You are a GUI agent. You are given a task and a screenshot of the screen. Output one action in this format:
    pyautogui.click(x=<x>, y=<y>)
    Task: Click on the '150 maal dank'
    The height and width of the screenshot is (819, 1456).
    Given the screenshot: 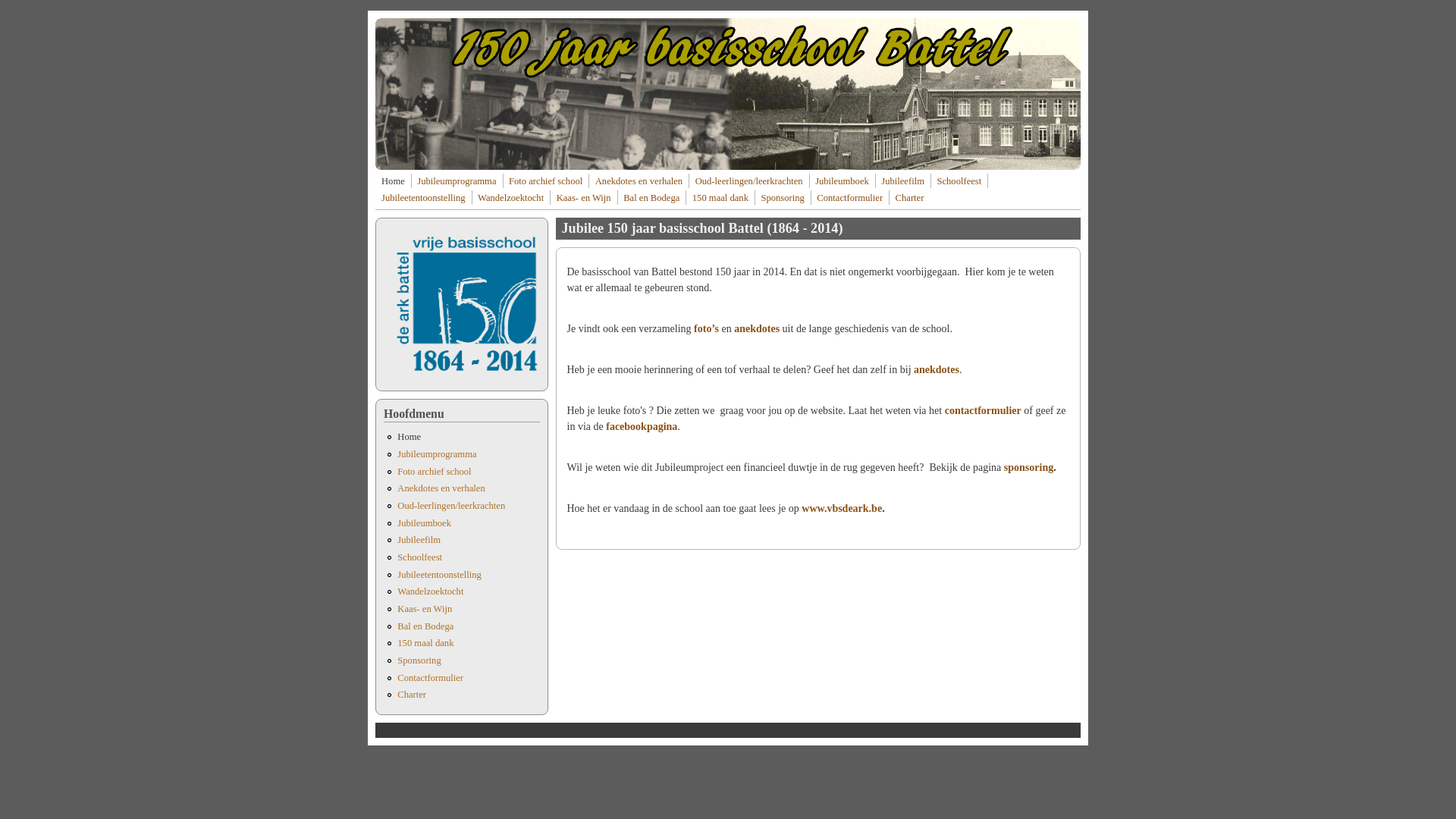 What is the action you would take?
    pyautogui.click(x=720, y=197)
    